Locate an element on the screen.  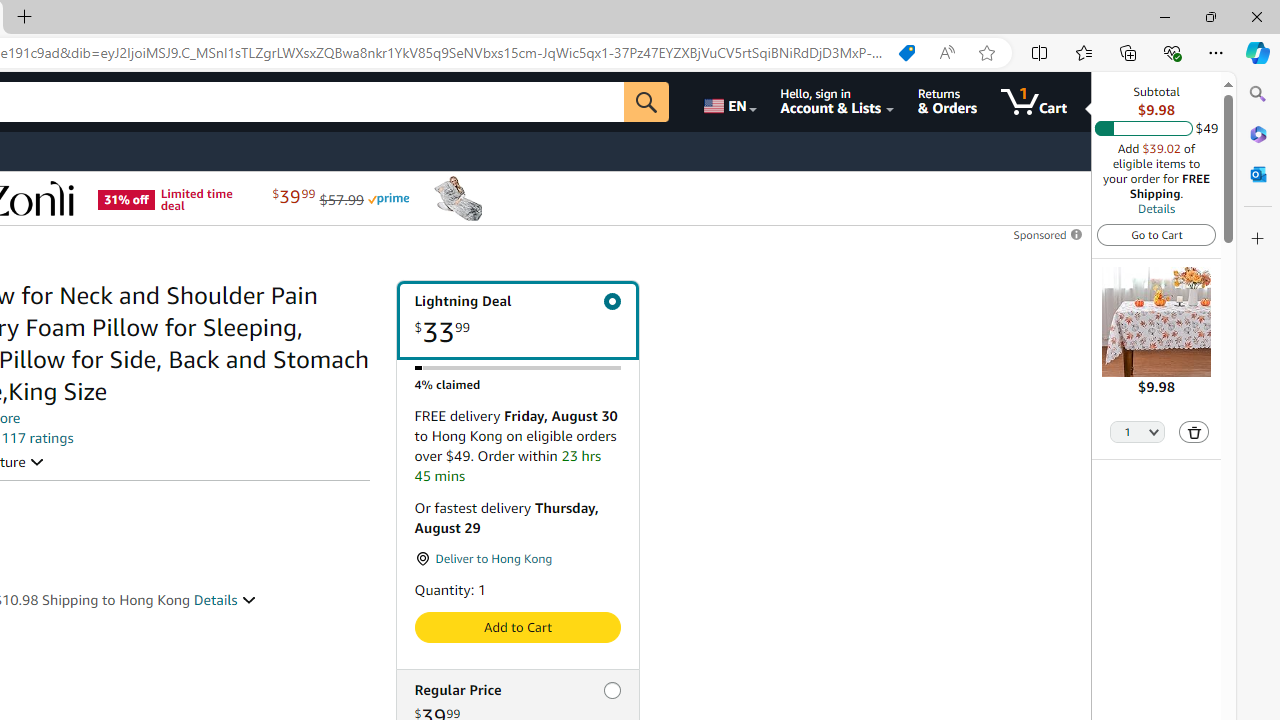
'Go to Cart' is located at coordinates (1156, 233).